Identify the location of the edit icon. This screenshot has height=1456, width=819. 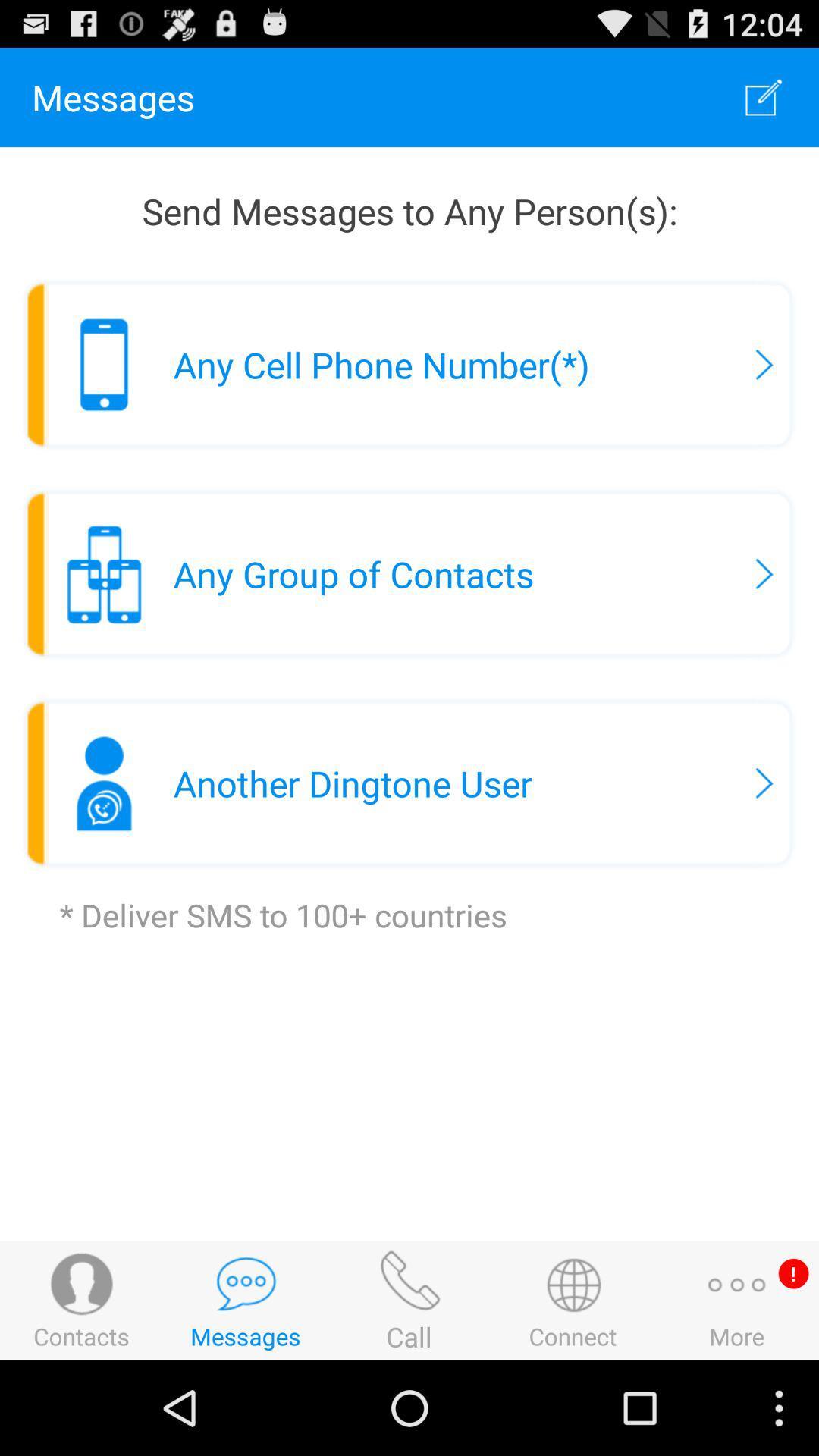
(764, 103).